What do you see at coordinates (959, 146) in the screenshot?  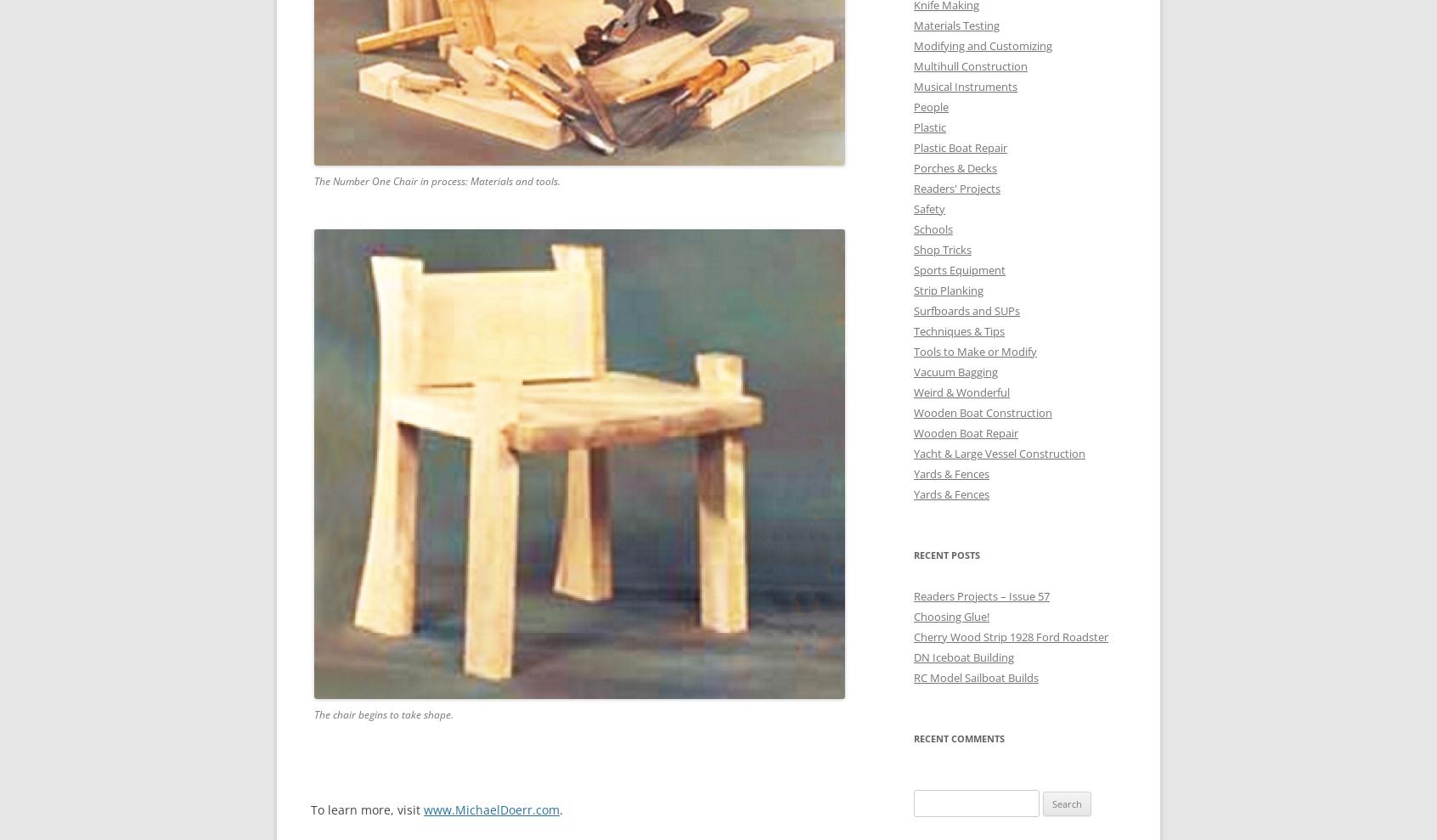 I see `'Plastic Boat Repair'` at bounding box center [959, 146].